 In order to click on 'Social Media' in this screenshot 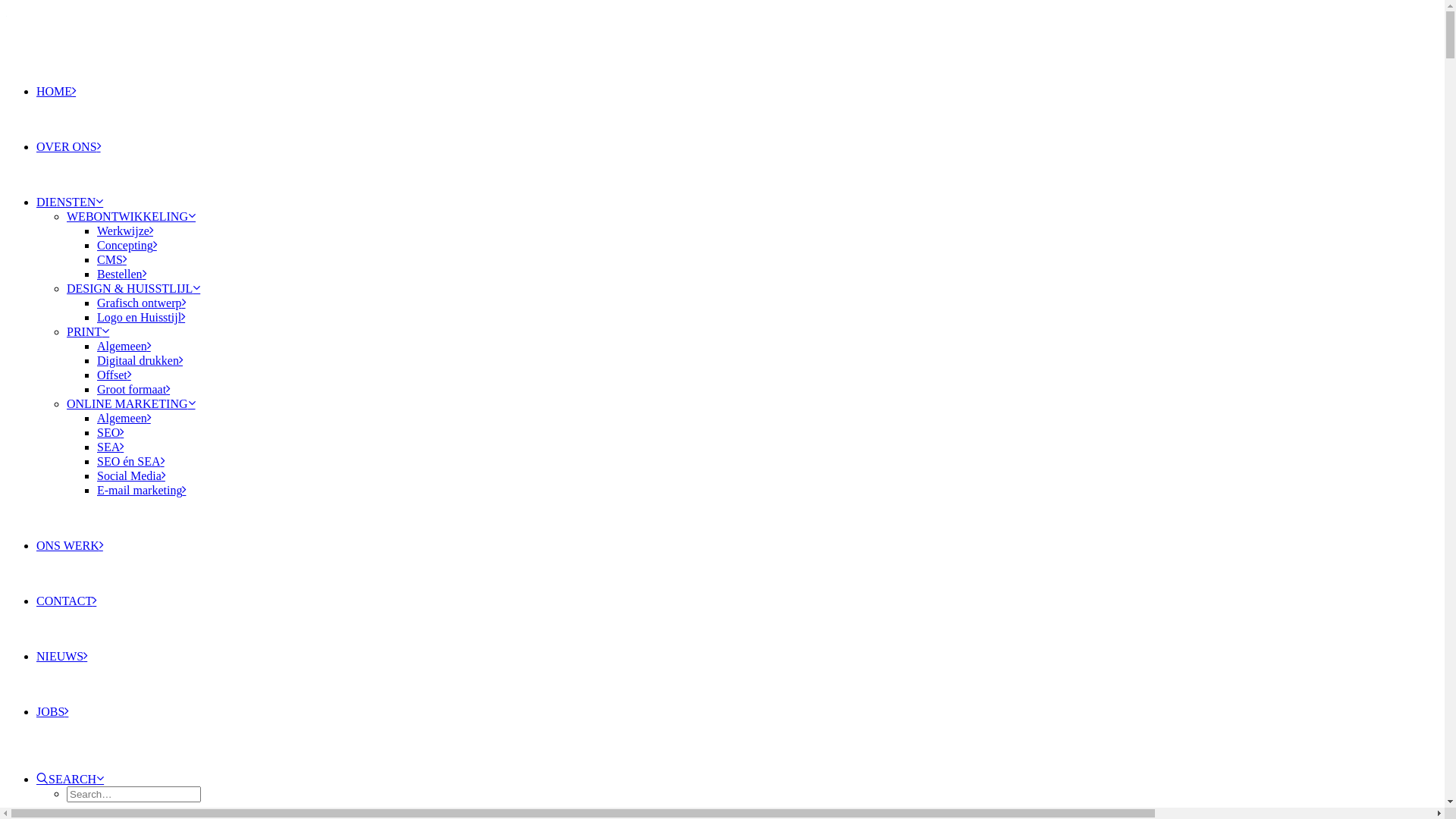, I will do `click(96, 475)`.